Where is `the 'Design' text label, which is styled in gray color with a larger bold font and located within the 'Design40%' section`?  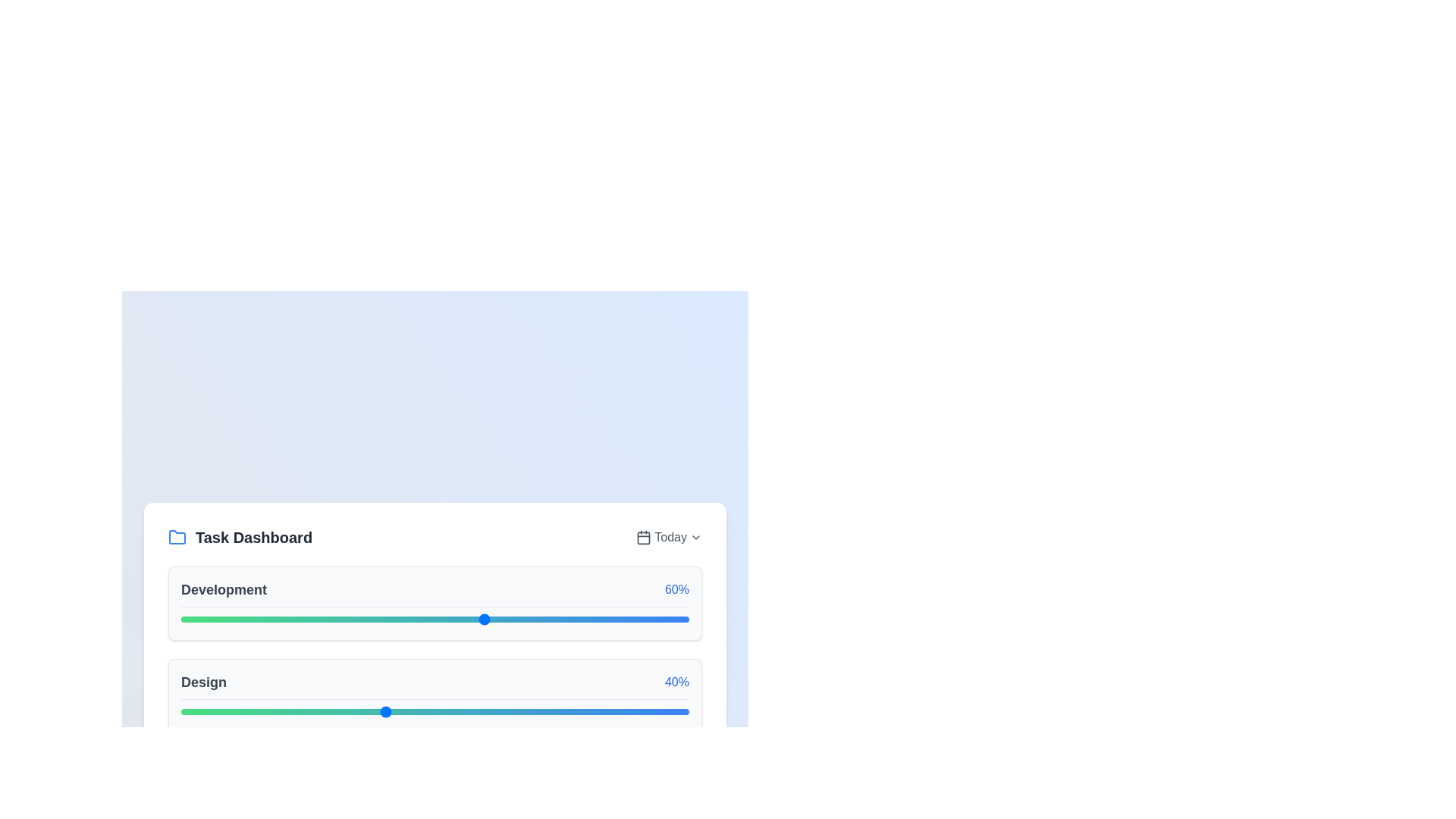 the 'Design' text label, which is styled in gray color with a larger bold font and located within the 'Design40%' section is located at coordinates (202, 681).